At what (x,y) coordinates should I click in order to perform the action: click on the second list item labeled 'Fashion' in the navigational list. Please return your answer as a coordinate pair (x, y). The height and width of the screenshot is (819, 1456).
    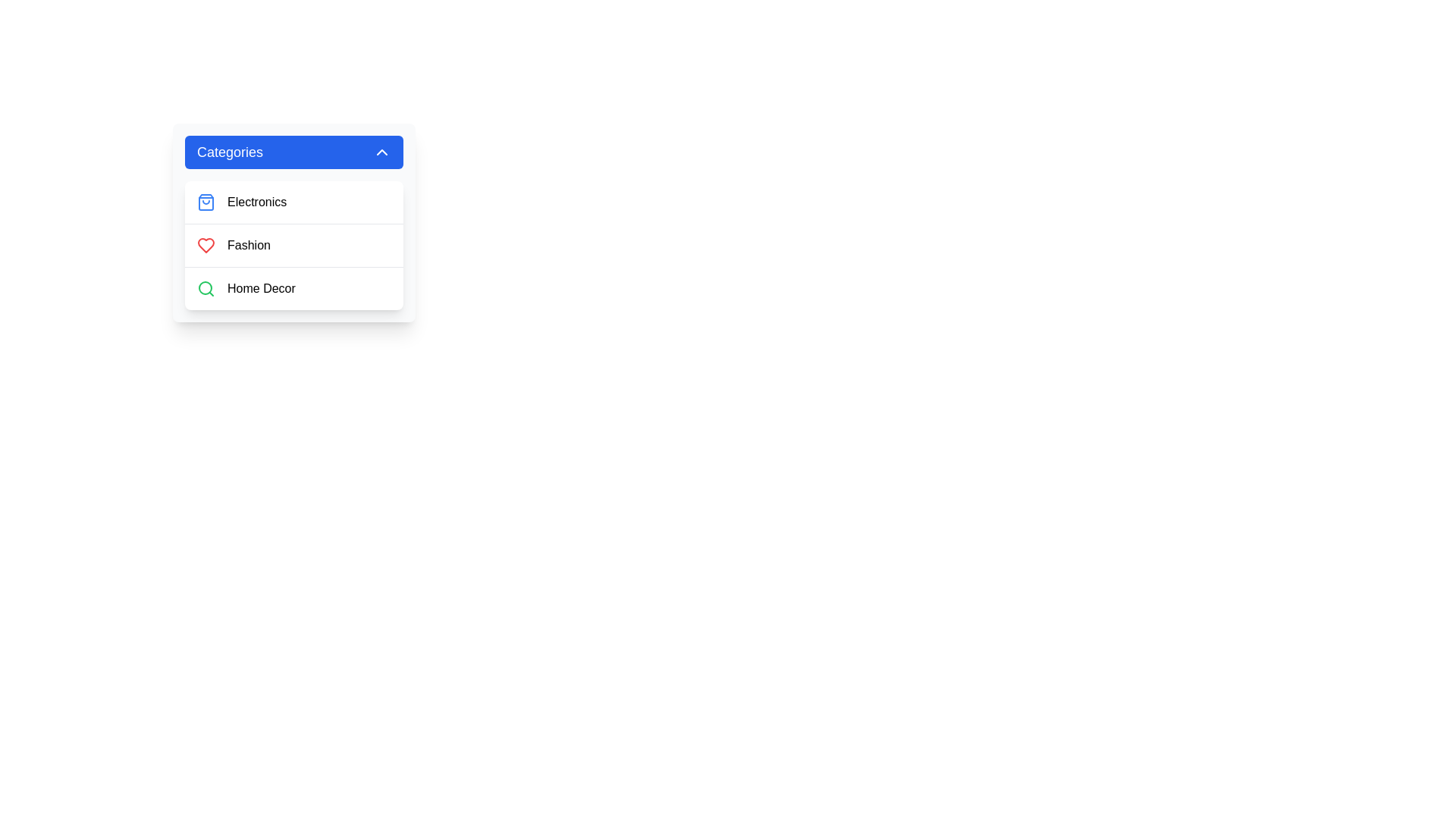
    Looking at the image, I should click on (294, 245).